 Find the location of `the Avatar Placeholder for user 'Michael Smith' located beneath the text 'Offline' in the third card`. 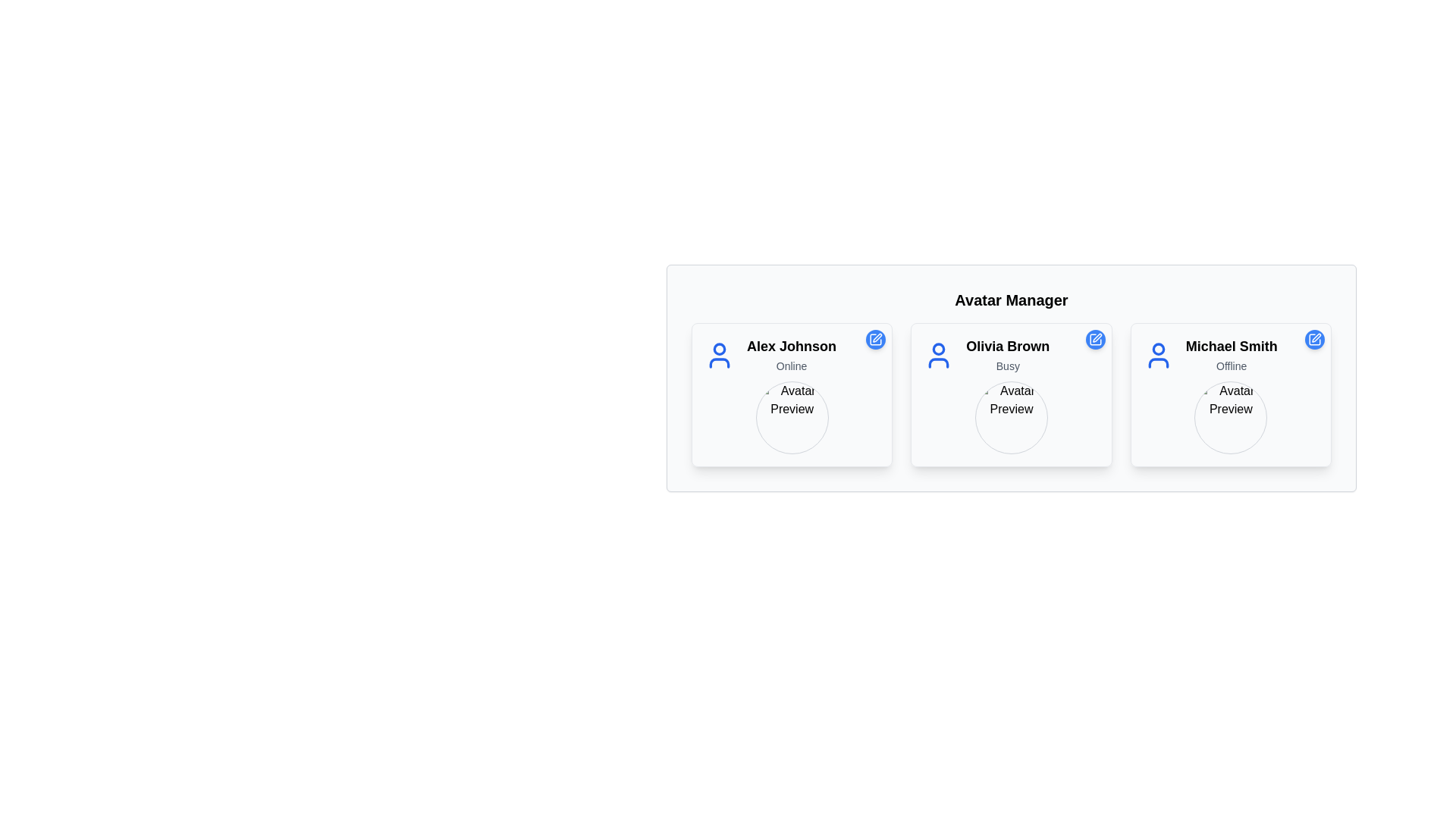

the Avatar Placeholder for user 'Michael Smith' located beneath the text 'Offline' in the third card is located at coordinates (1231, 418).